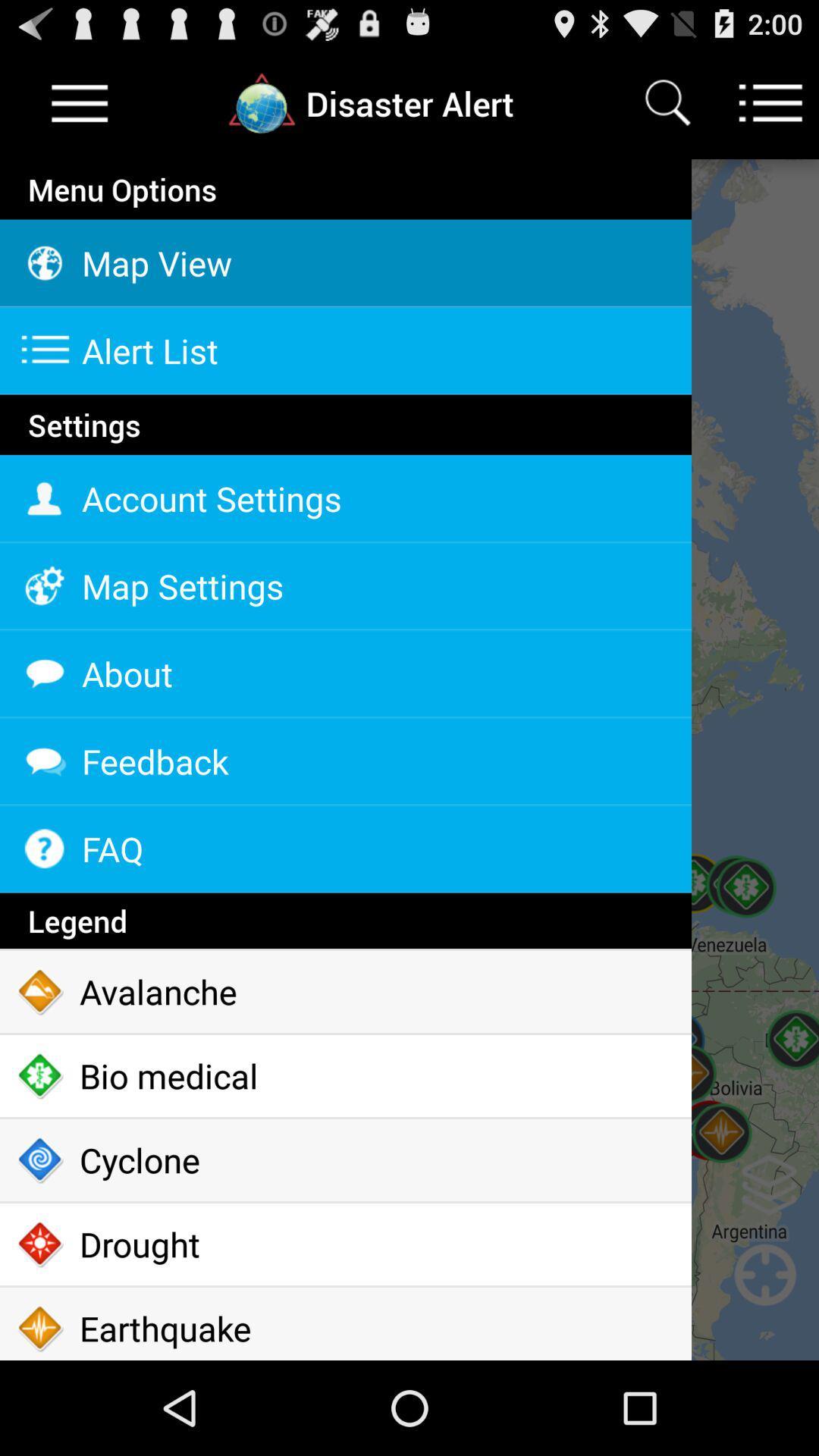  Describe the element at coordinates (765, 1385) in the screenshot. I see `the location_crosshair icon` at that location.